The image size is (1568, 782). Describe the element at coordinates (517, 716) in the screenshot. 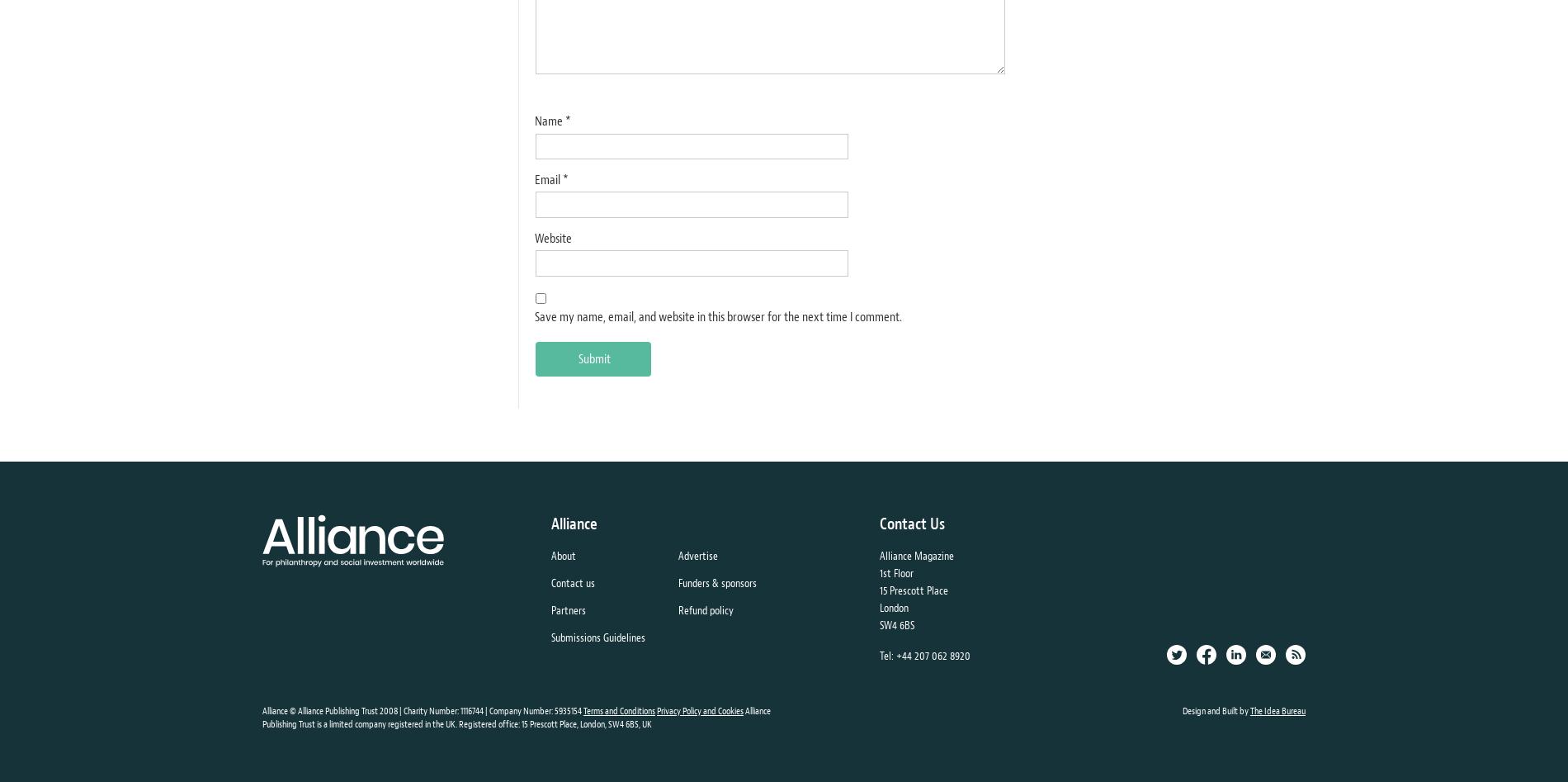

I see `'Alliance Publishing Trust is a limited company registered in the UK. Registered office: 15 Prescott Place, London, SW4 6BS, UK'` at that location.